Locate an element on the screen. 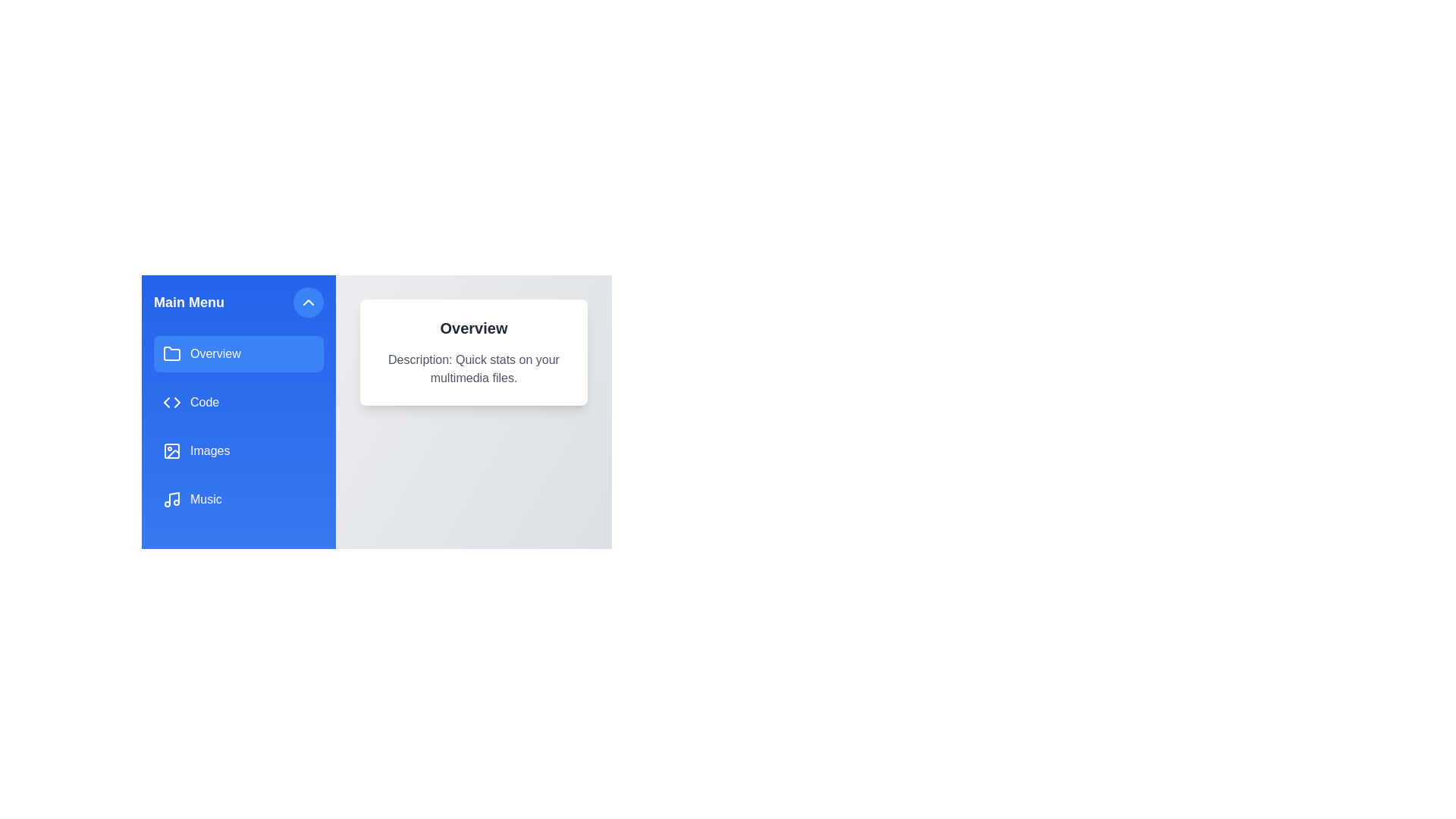 The image size is (1456, 819). the white rectangular box with rounded corners titled 'Overview' is located at coordinates (377, 402).